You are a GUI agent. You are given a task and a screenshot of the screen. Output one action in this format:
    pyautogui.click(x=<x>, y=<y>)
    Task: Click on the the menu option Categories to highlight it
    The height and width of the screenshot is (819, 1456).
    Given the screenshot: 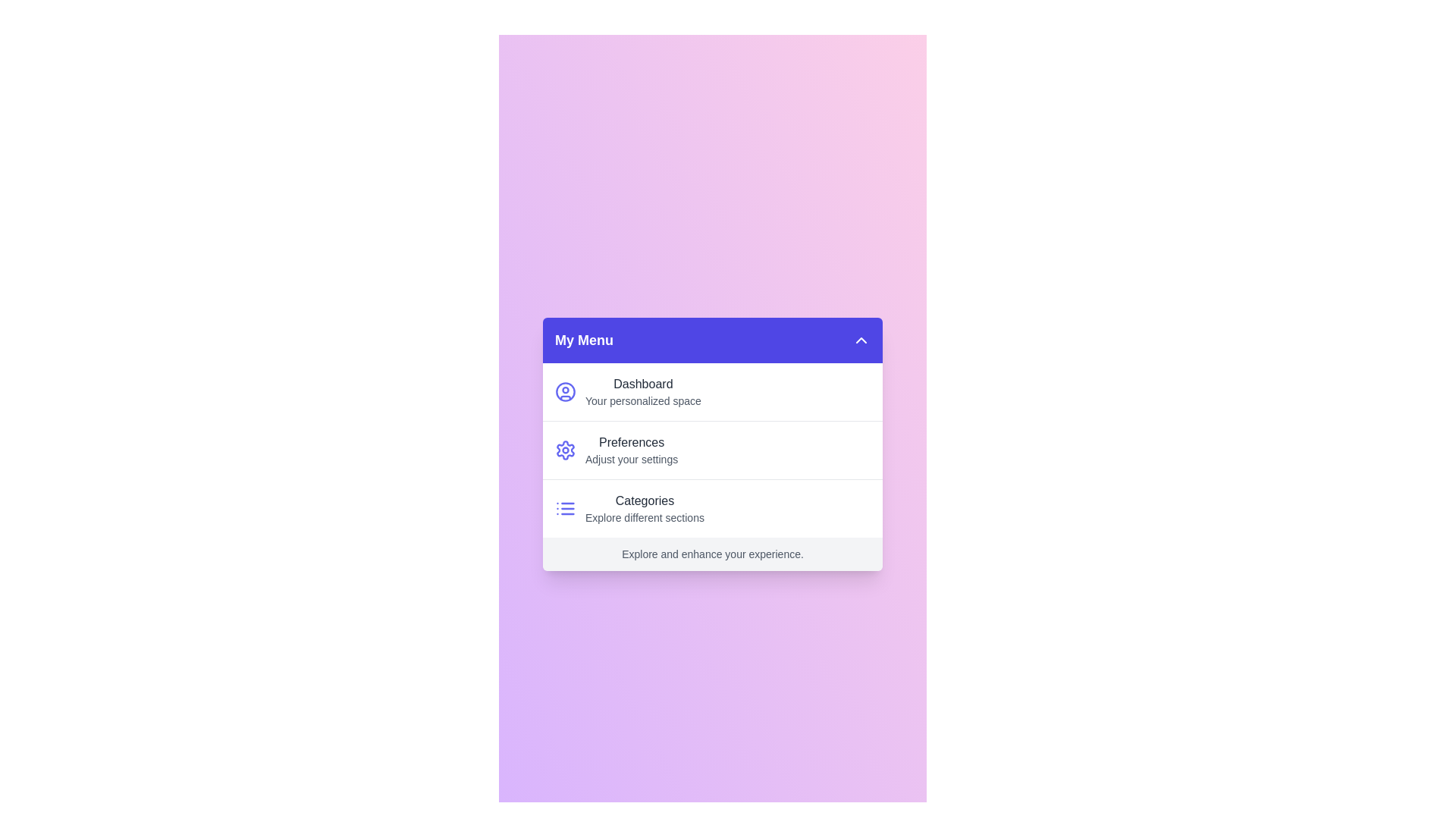 What is the action you would take?
    pyautogui.click(x=712, y=508)
    